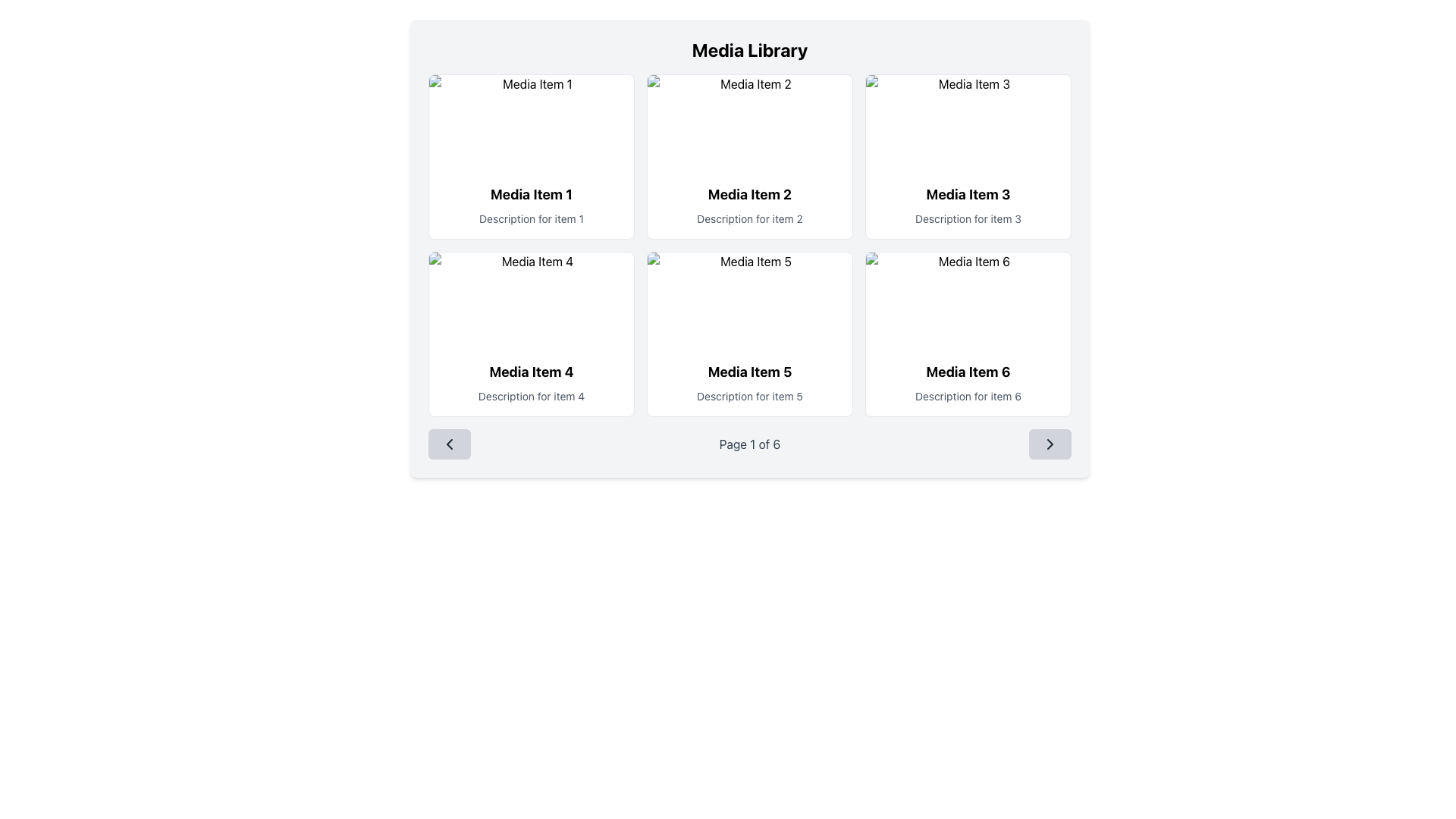 This screenshot has height=819, width=1456. Describe the element at coordinates (749, 194) in the screenshot. I see `text displayed in the label 'Media Item 2', which is bold and located in the central column of the top row in a card layout` at that location.